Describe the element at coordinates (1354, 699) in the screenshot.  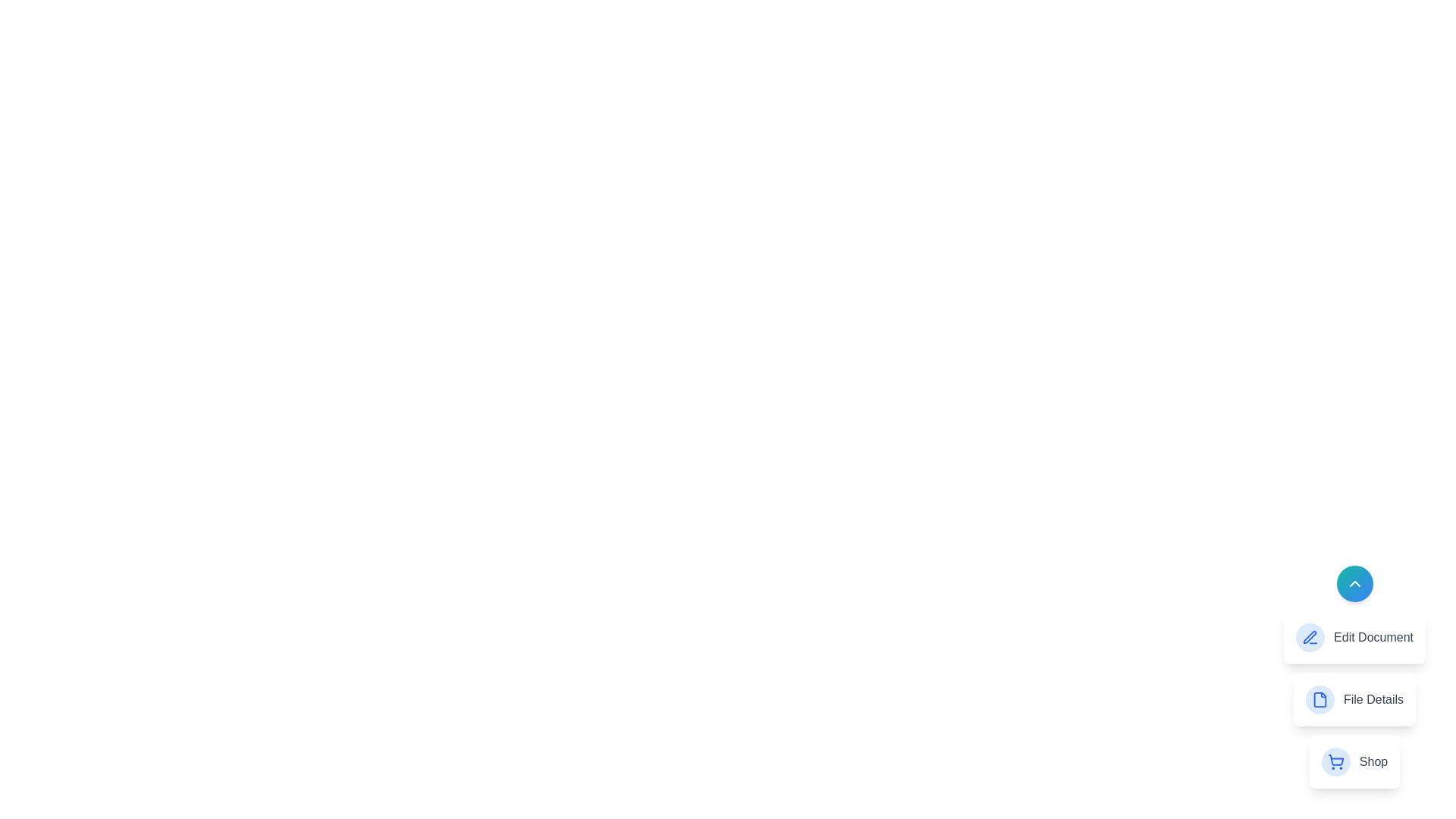
I see `the File Details in the speed dial menu` at that location.